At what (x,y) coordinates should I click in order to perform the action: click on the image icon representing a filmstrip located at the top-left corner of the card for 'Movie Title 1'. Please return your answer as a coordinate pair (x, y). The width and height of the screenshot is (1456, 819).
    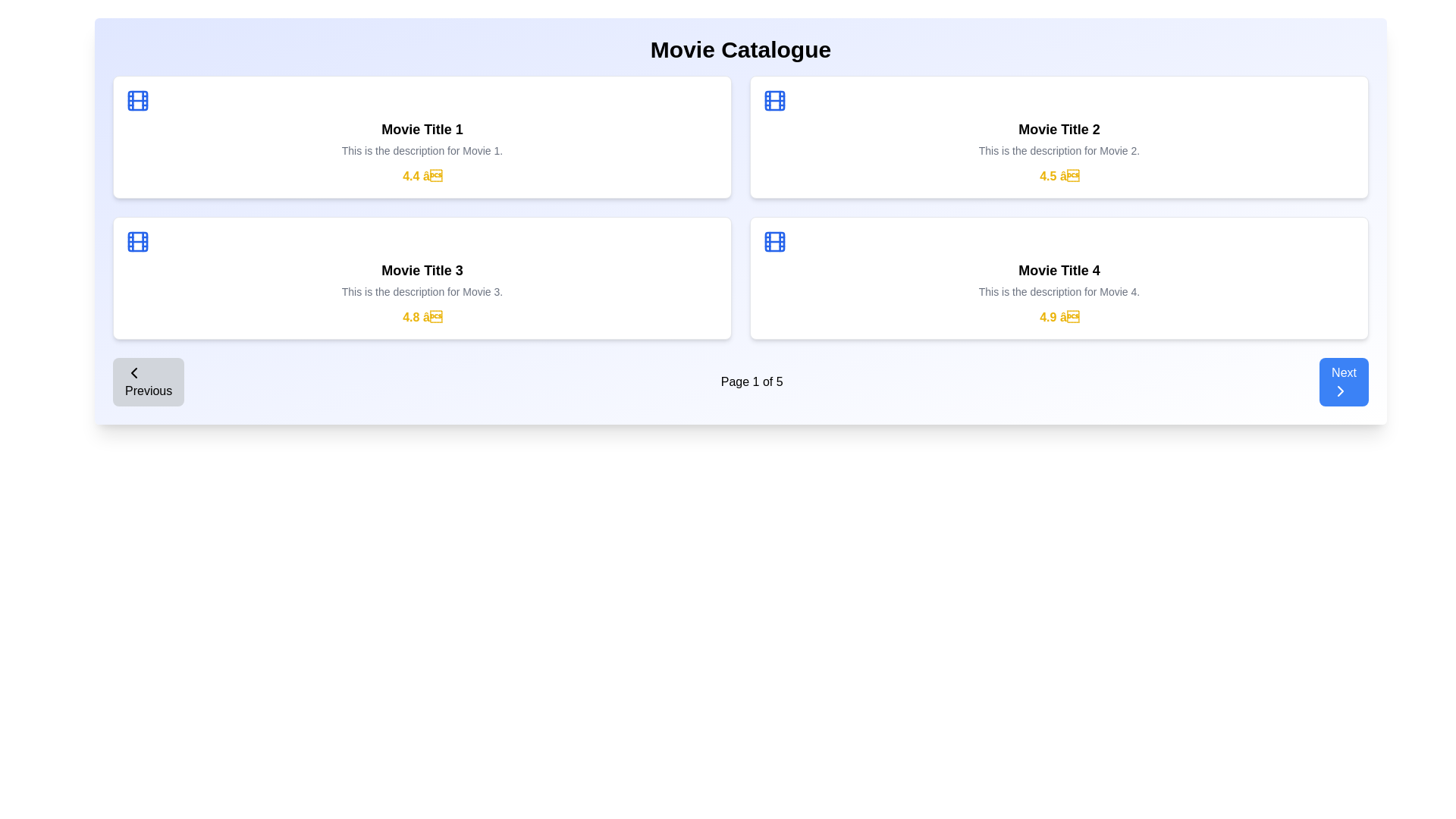
    Looking at the image, I should click on (138, 100).